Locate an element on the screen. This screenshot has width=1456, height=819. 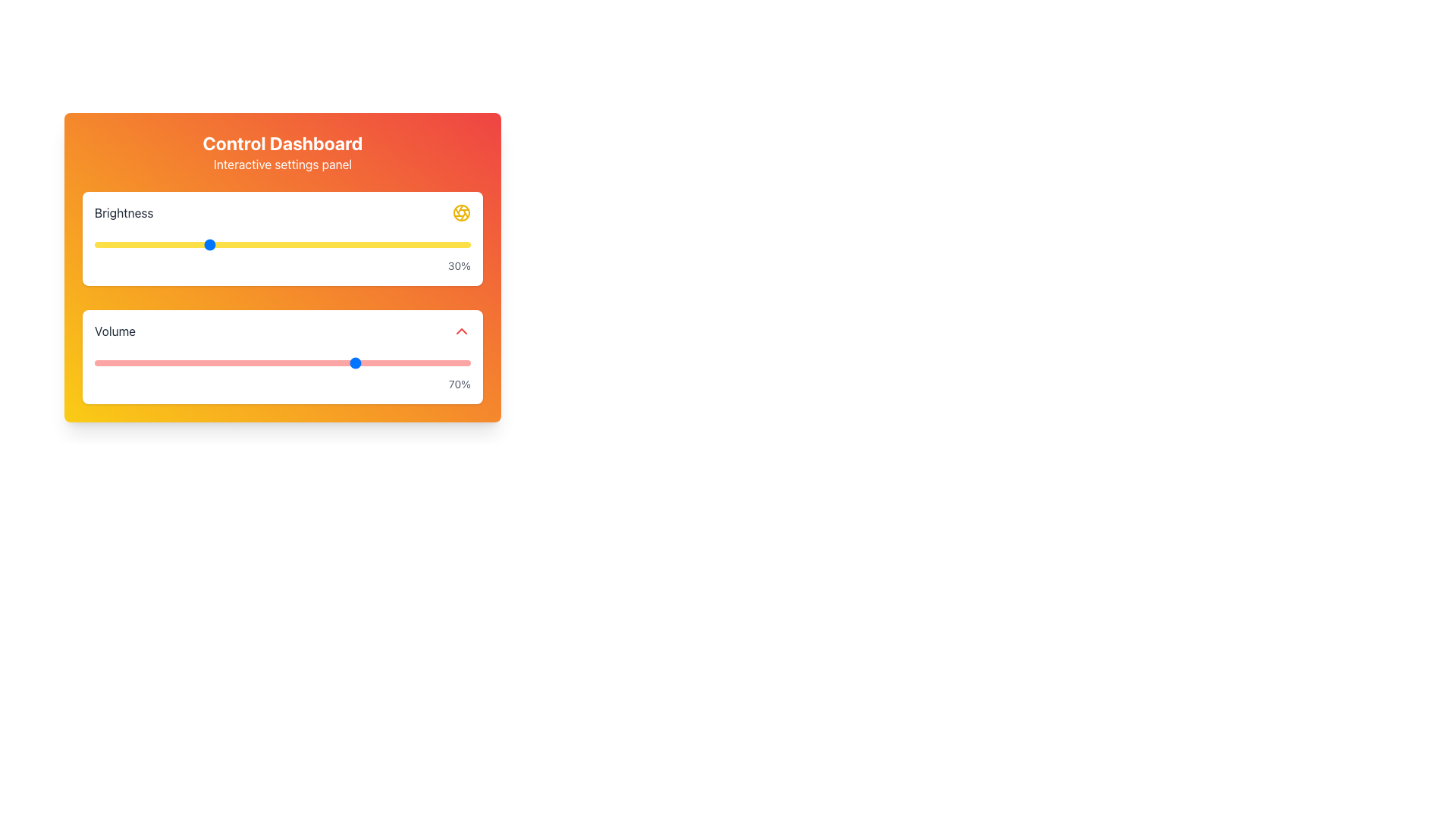
brightness is located at coordinates (105, 244).